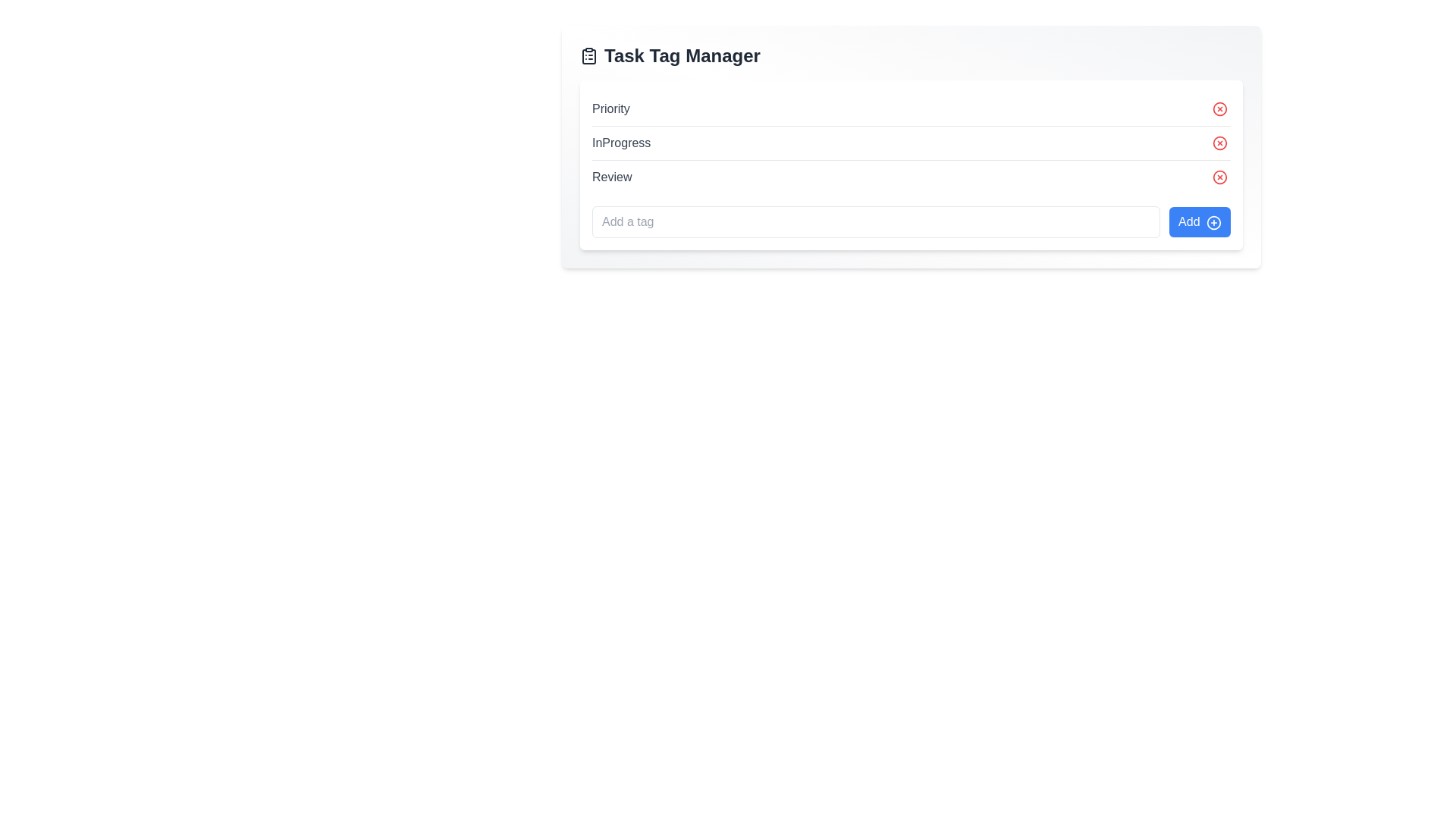 The height and width of the screenshot is (819, 1456). What do you see at coordinates (588, 55) in the screenshot?
I see `the clipboard icon associated with the Task Tag Manager feature, located to the left of the 'Task Tag Manager' heading` at bounding box center [588, 55].